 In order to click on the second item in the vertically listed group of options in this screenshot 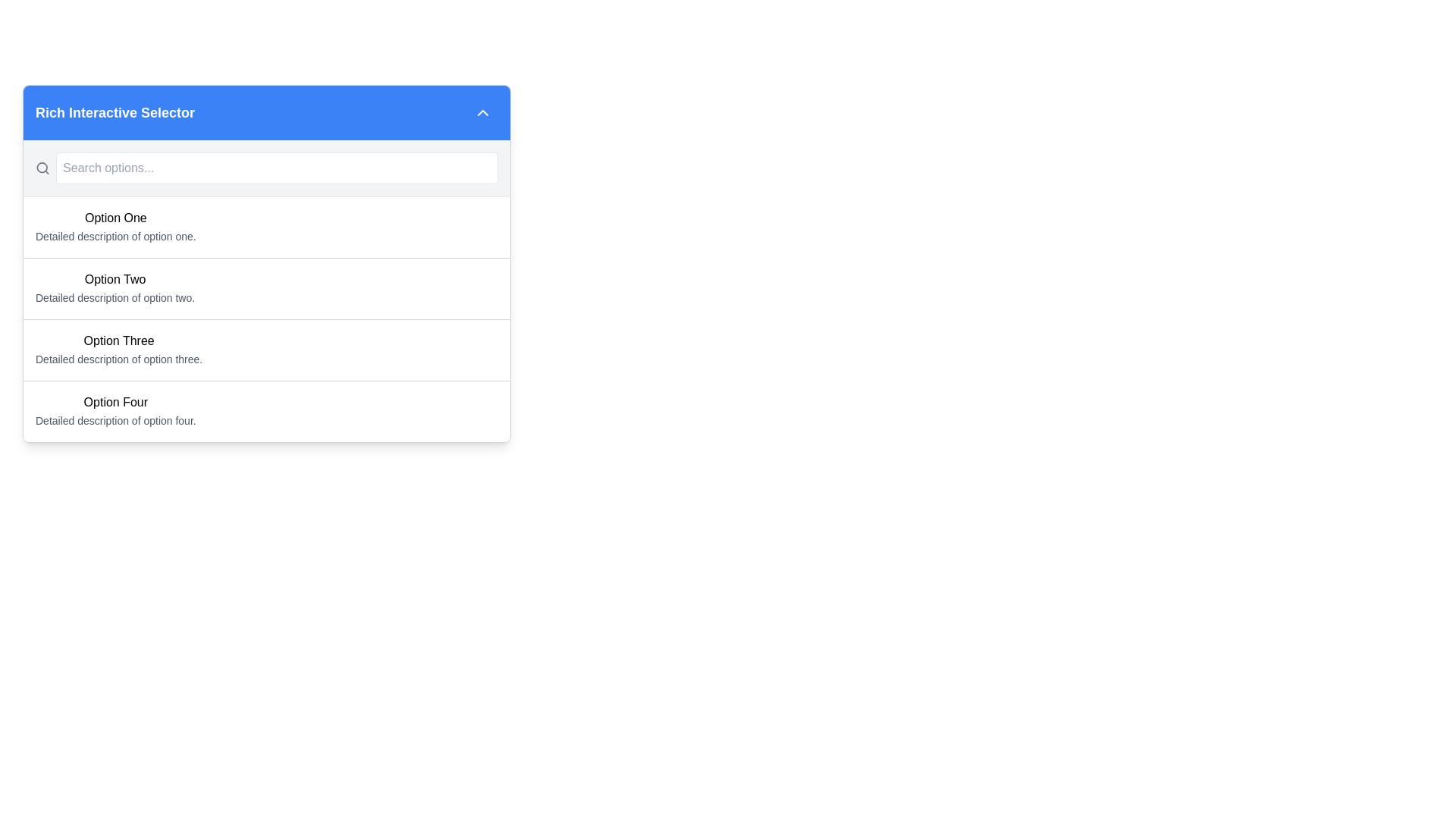, I will do `click(266, 291)`.